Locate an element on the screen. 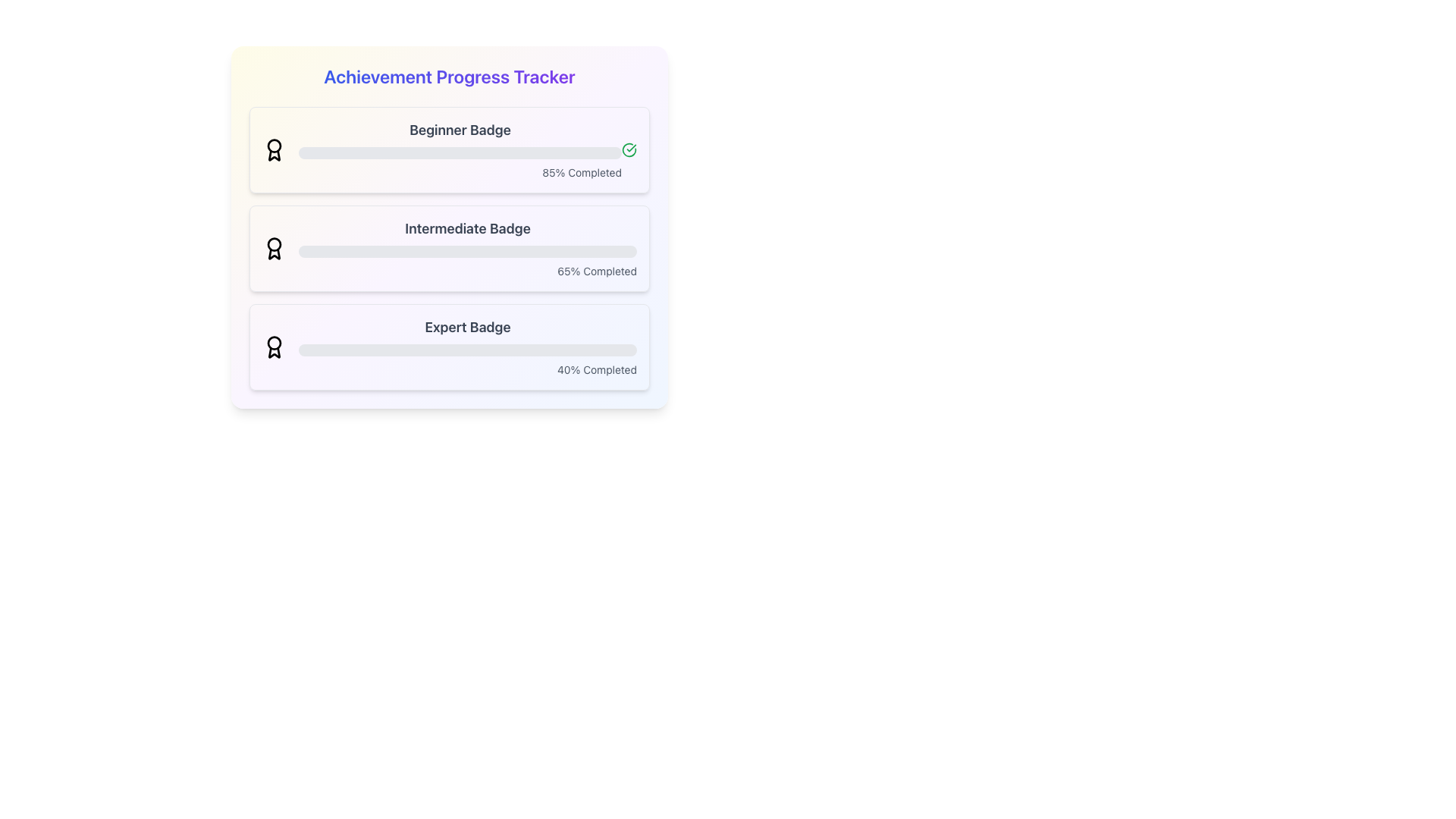 The height and width of the screenshot is (819, 1456). the central circular part of the medal icon, which is the red inner part of the 'Expert Badge' graphical icon component to interact with its functionality is located at coordinates (274, 342).